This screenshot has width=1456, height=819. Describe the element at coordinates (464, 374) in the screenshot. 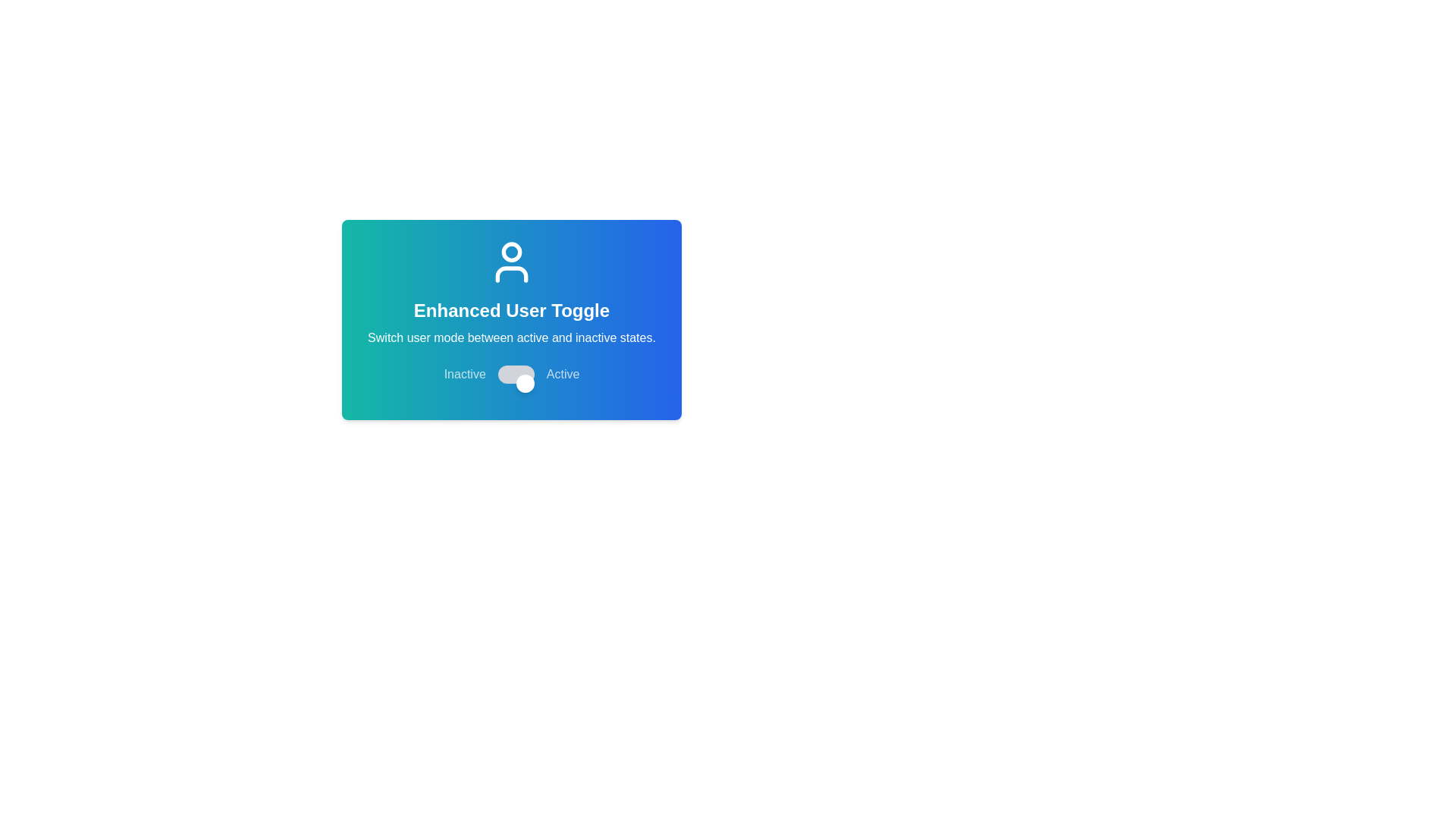

I see `the text label that reads 'Inactive', which is slightly faded and positioned to the left of the toggle switch` at that location.